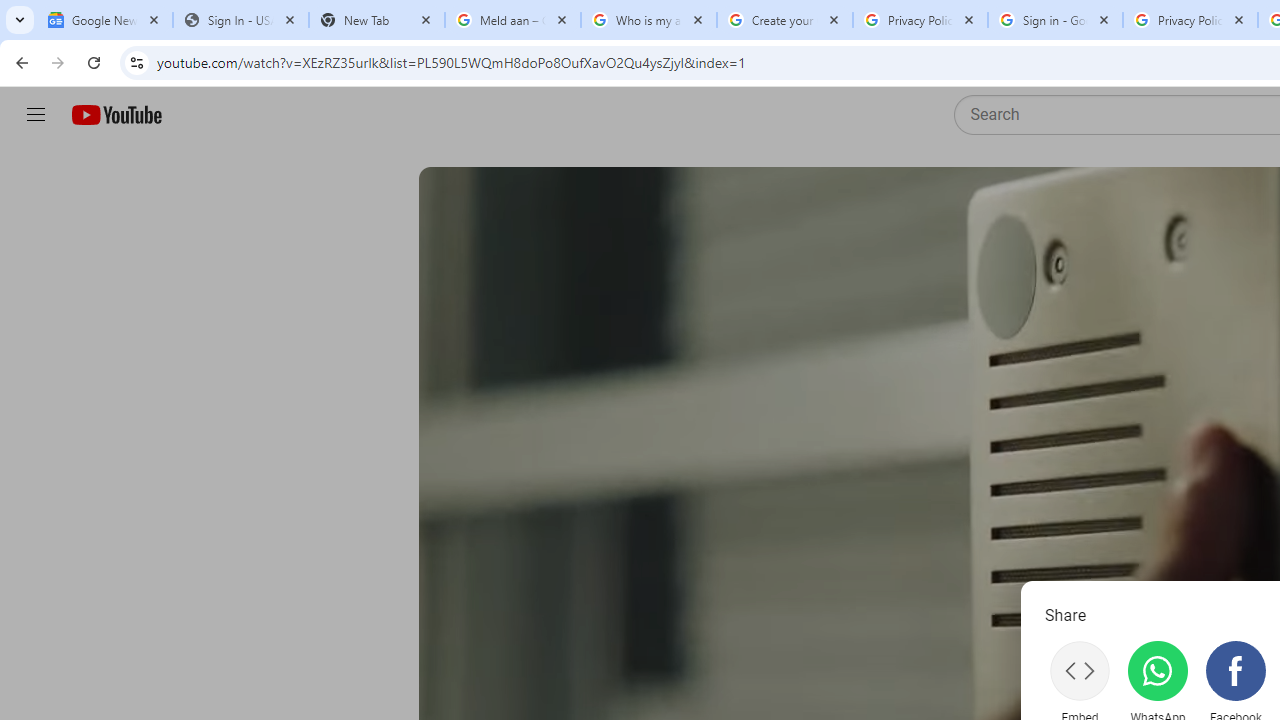 This screenshot has height=720, width=1280. Describe the element at coordinates (648, 20) in the screenshot. I see `'Who is my administrator? - Google Account Help'` at that location.